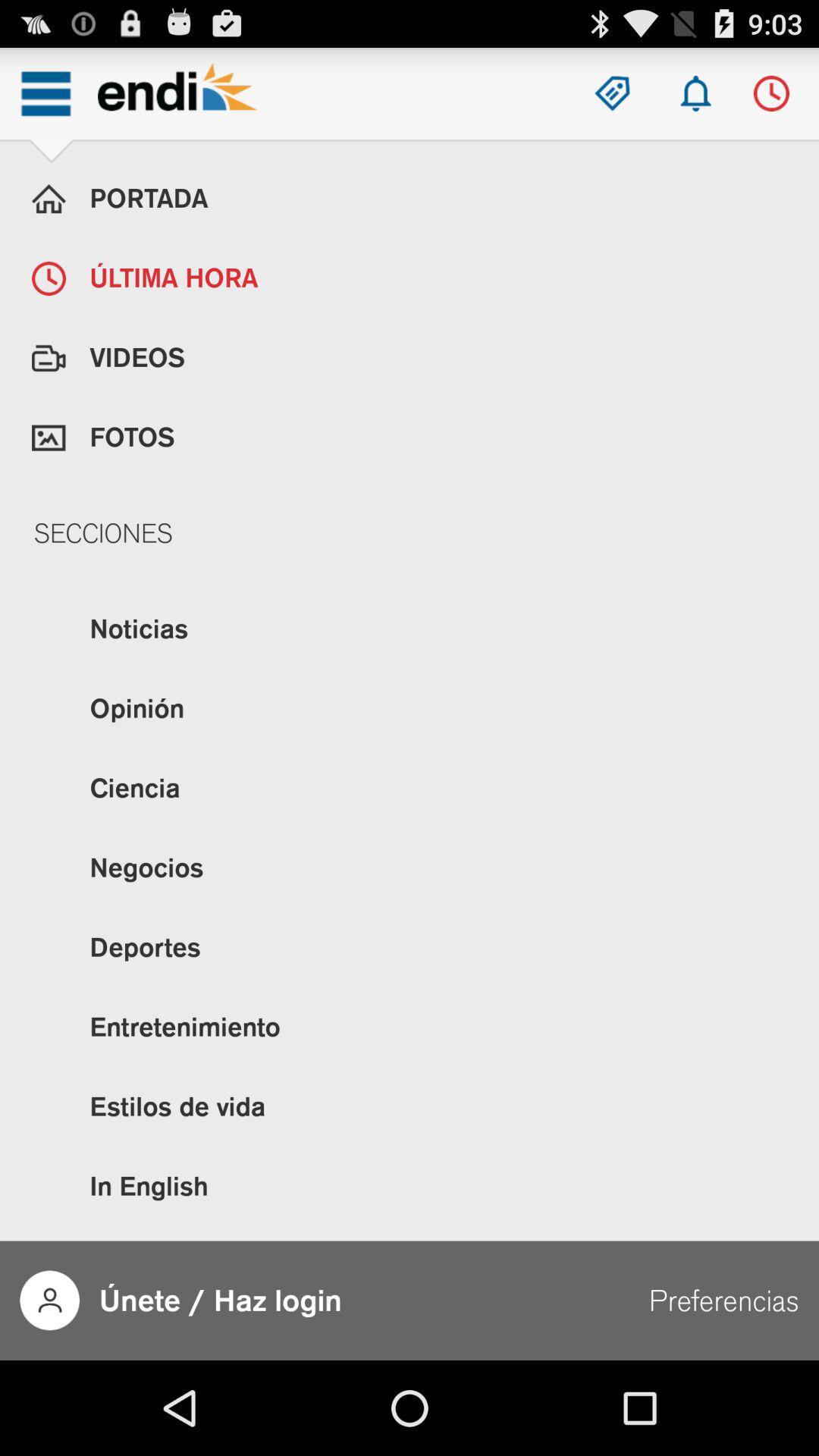 Image resolution: width=819 pixels, height=1456 pixels. What do you see at coordinates (771, 99) in the screenshot?
I see `the time icon` at bounding box center [771, 99].